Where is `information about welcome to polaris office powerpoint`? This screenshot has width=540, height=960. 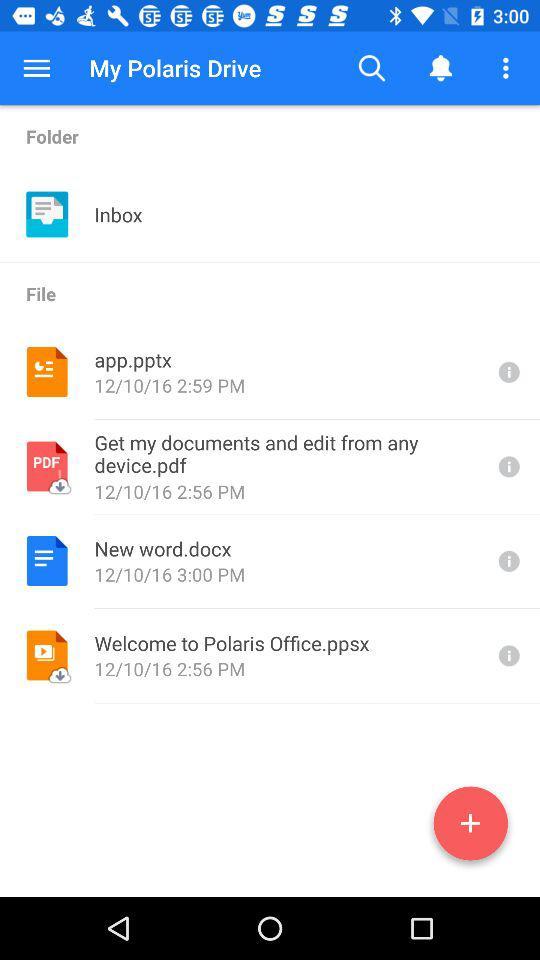
information about welcome to polaris office powerpoint is located at coordinates (507, 654).